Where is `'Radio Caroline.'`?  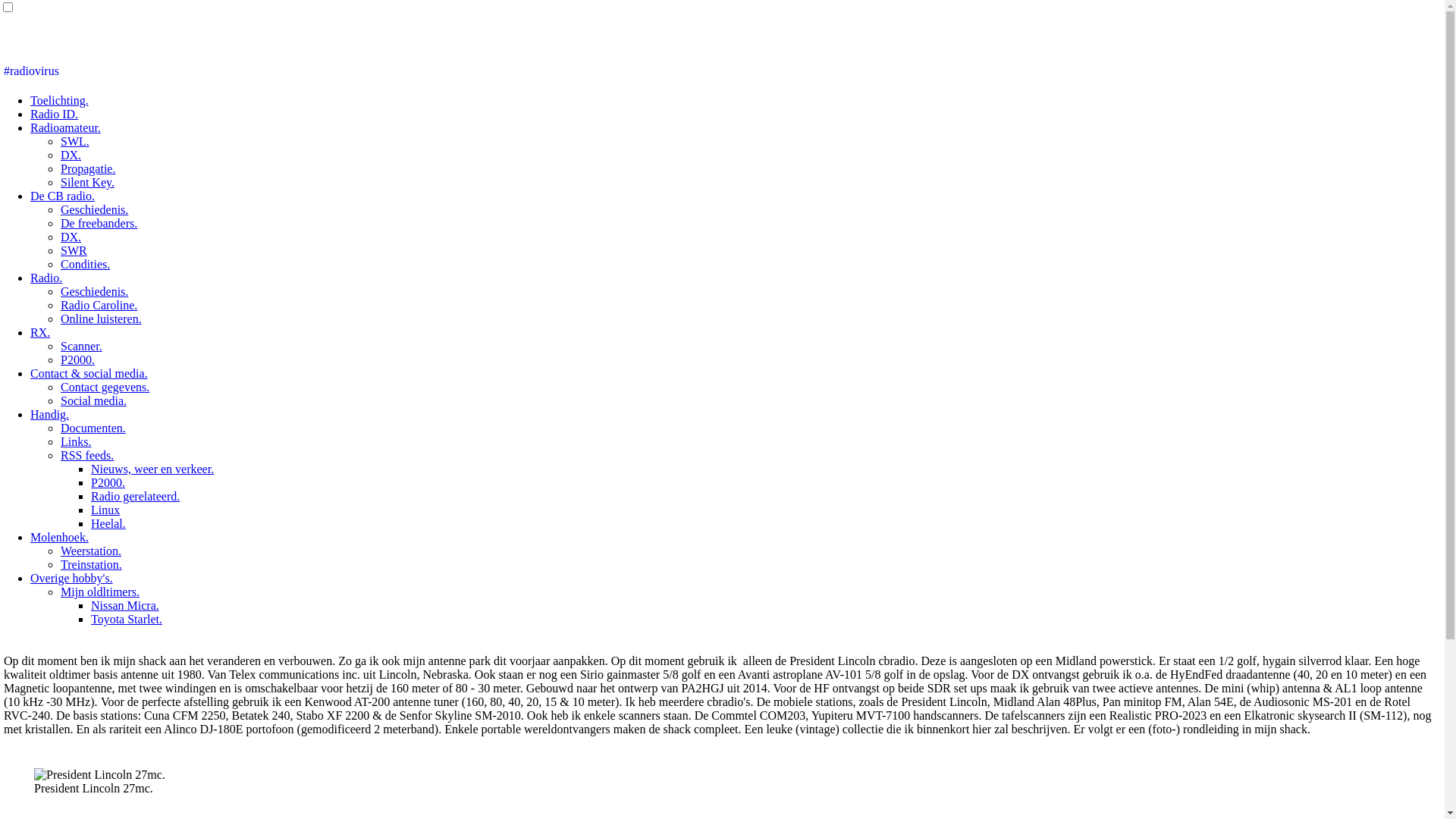
'Radio Caroline.' is located at coordinates (98, 305).